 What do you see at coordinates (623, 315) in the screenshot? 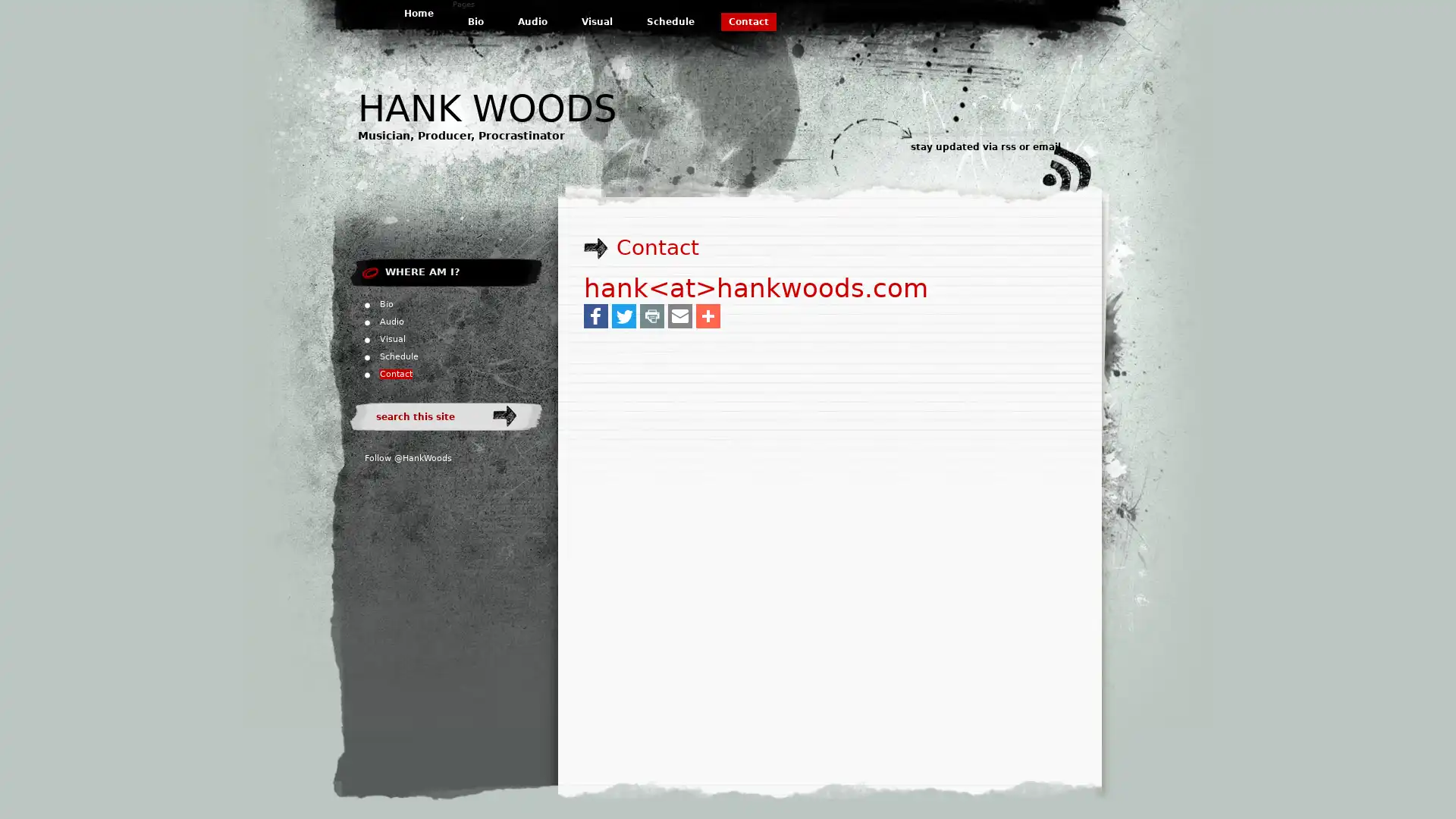
I see `Share to Twitter` at bounding box center [623, 315].